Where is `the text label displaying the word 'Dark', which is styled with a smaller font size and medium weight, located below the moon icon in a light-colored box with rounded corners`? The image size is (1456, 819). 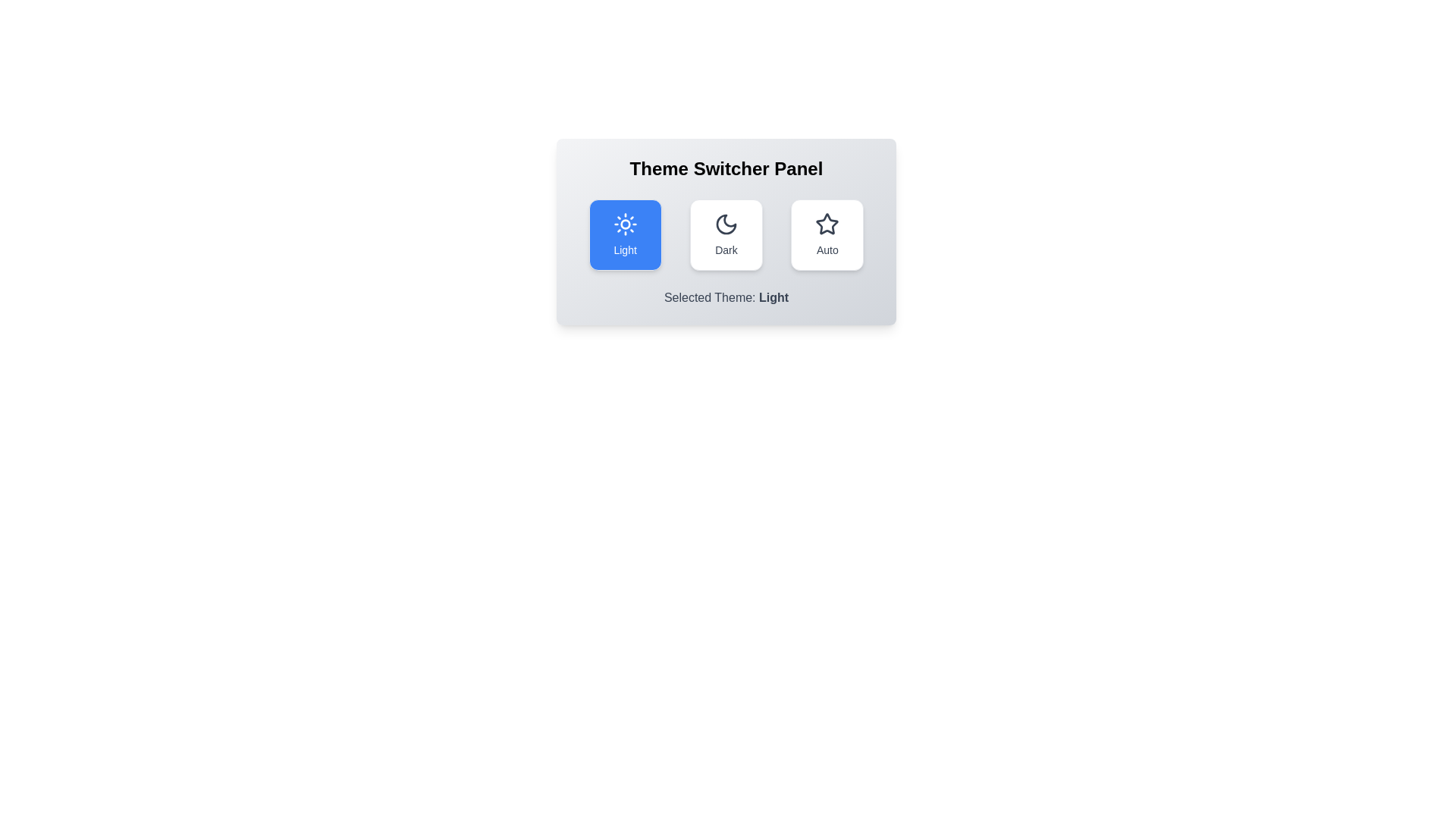 the text label displaying the word 'Dark', which is styled with a smaller font size and medium weight, located below the moon icon in a light-colored box with rounded corners is located at coordinates (725, 249).